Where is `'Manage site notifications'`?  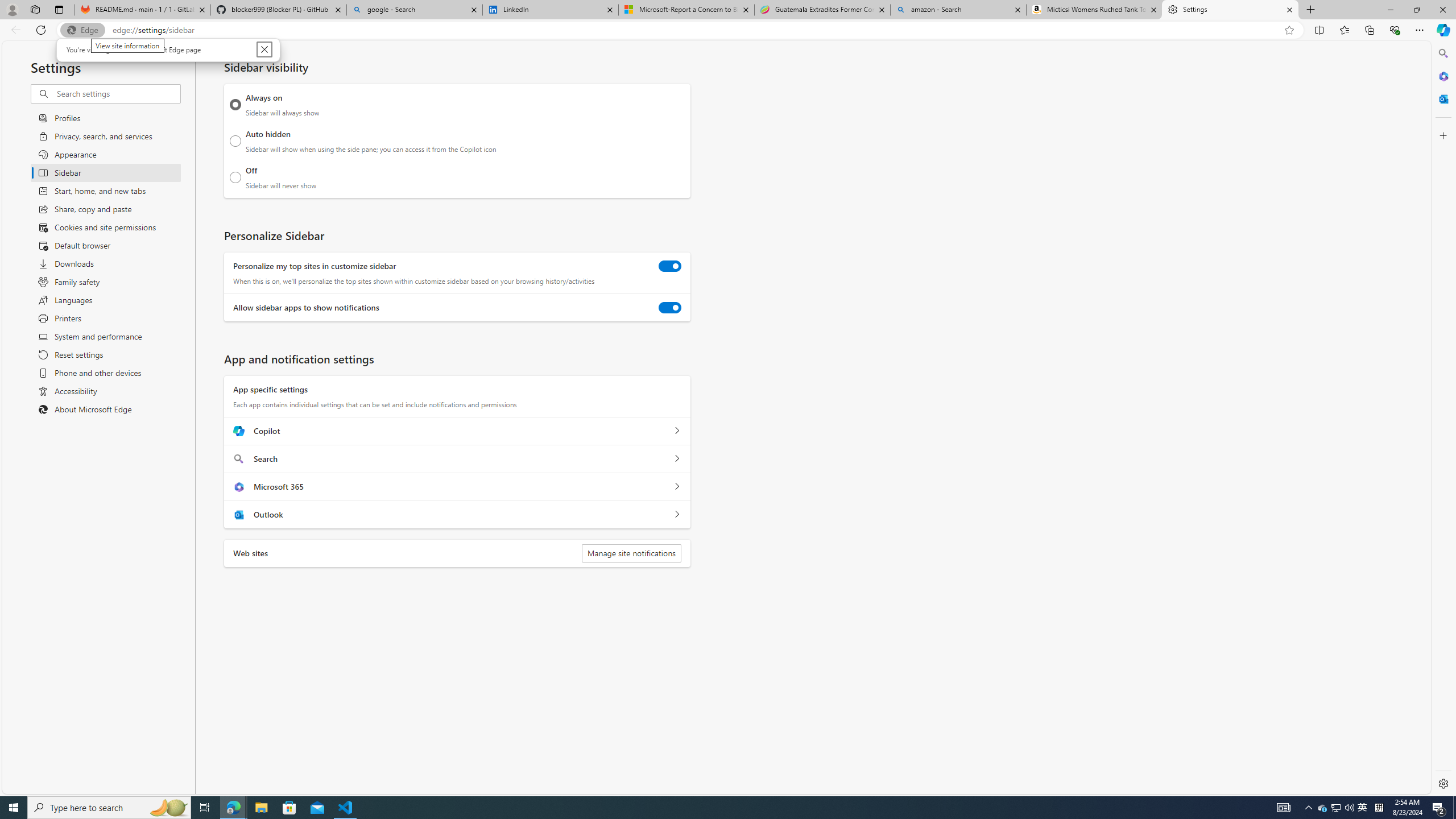 'Manage site notifications' is located at coordinates (630, 553).